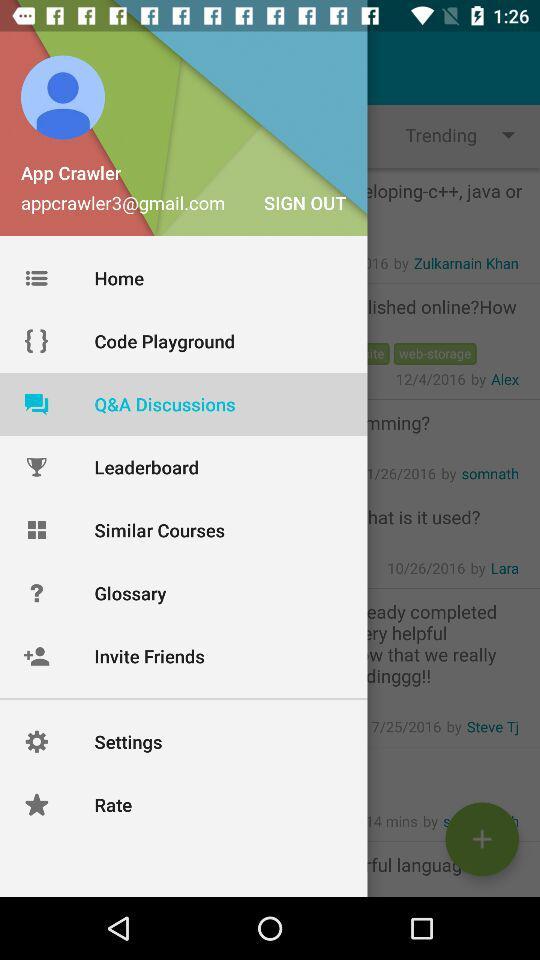 This screenshot has height=960, width=540. Describe the element at coordinates (481, 839) in the screenshot. I see `the add icon` at that location.